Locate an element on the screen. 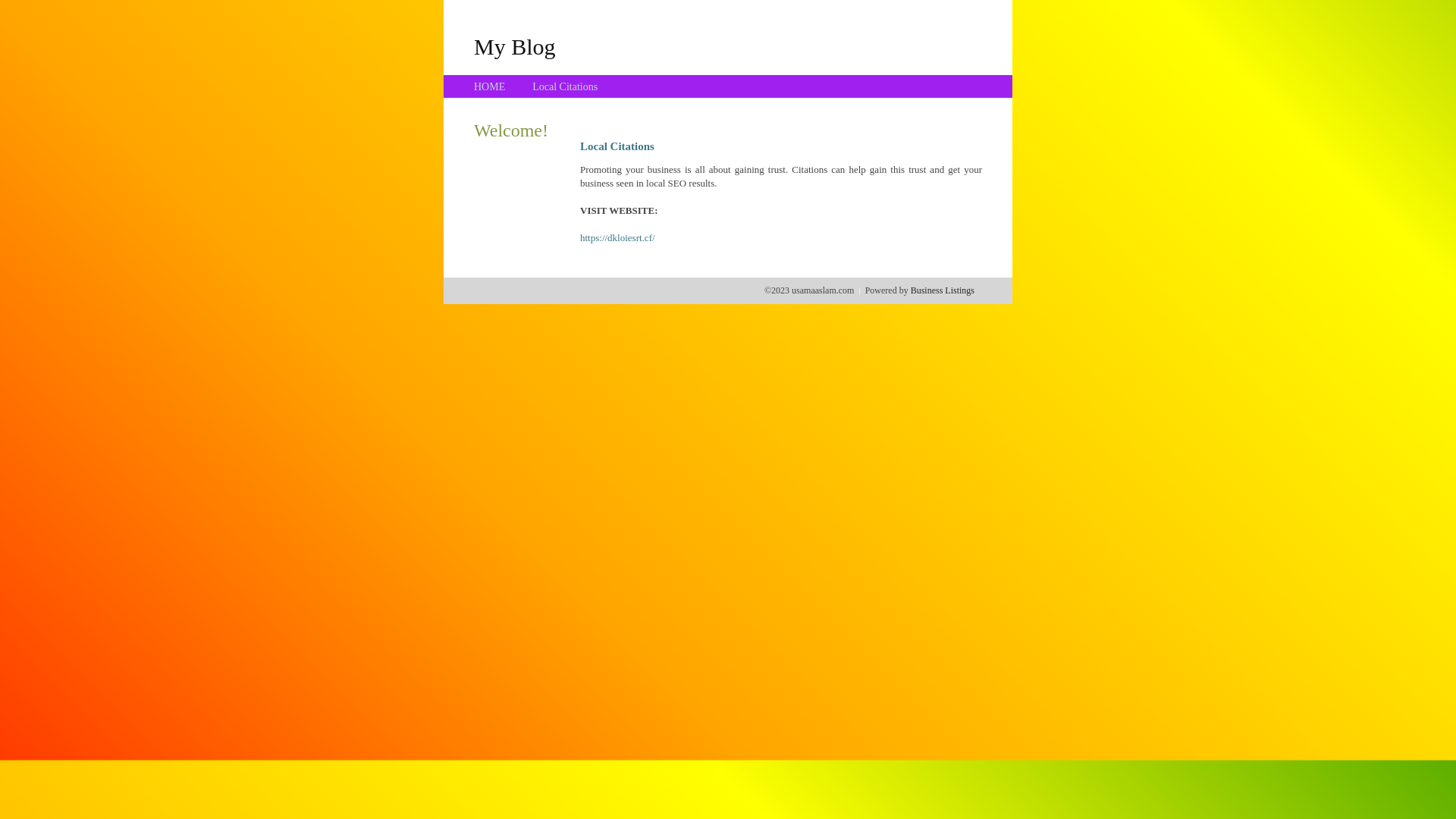  'Business Listings' is located at coordinates (942, 290).